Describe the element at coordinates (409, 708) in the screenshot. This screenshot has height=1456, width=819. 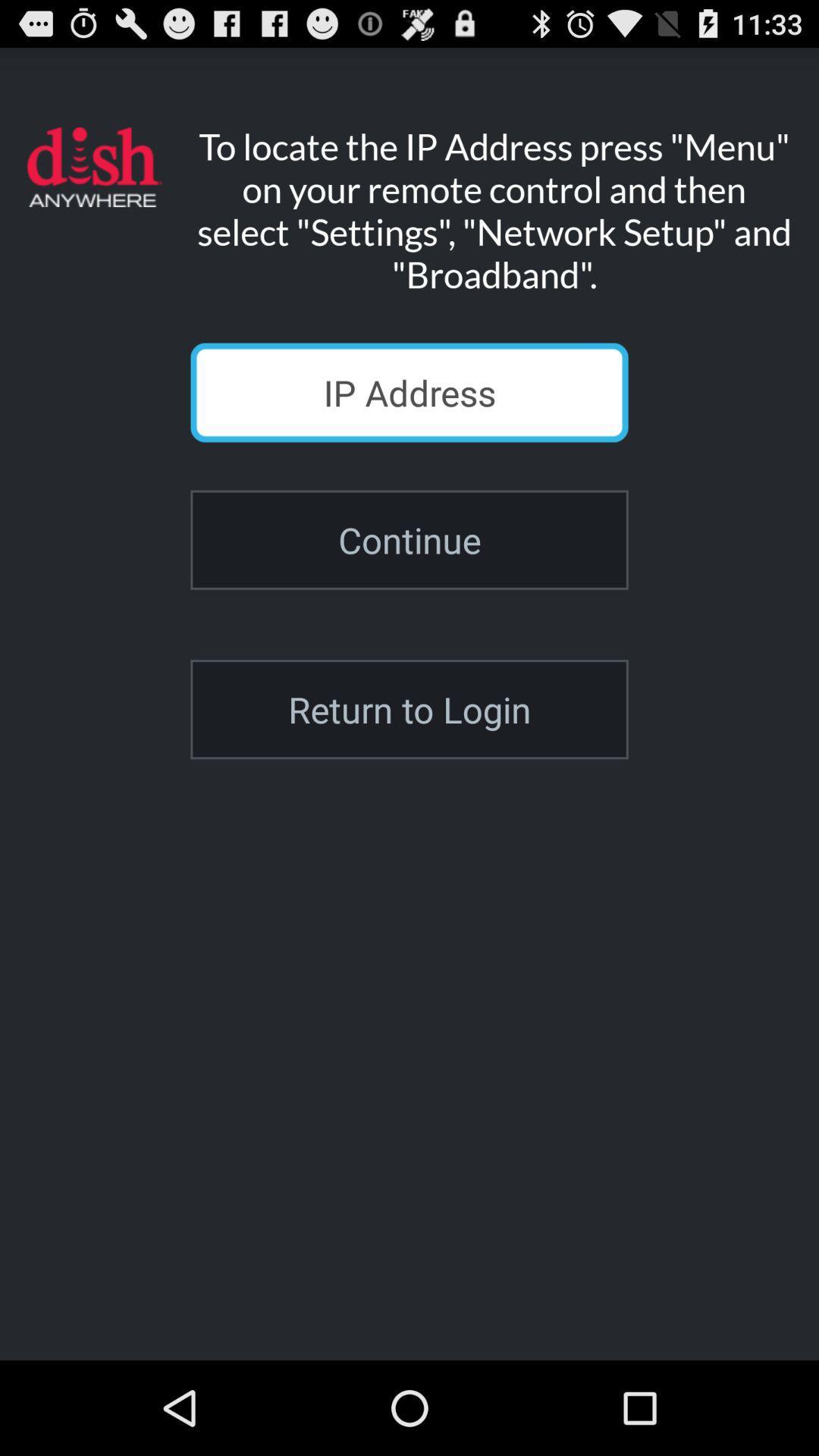
I see `icon below the continue icon` at that location.